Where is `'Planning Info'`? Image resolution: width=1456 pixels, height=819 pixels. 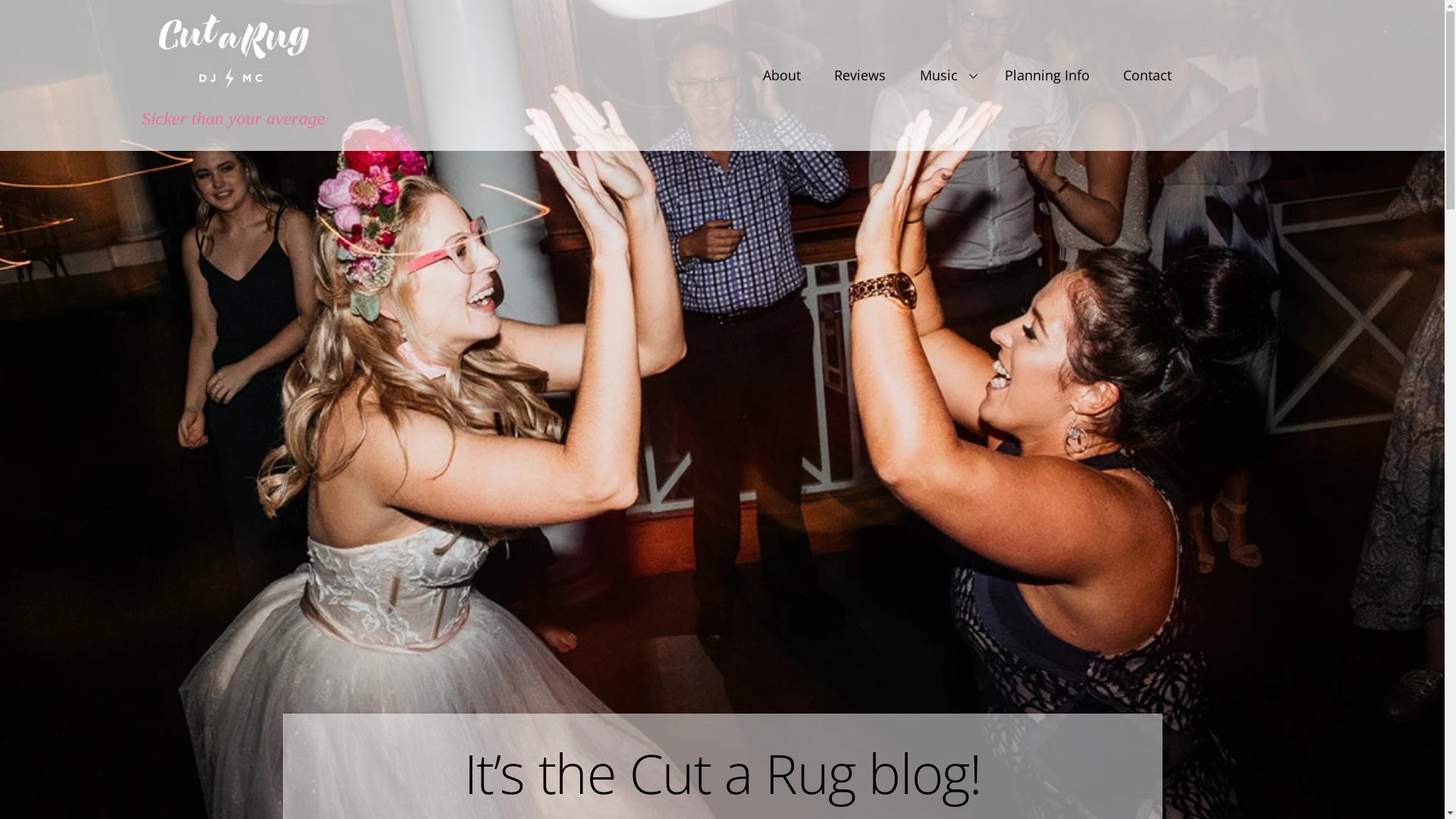 'Planning Info' is located at coordinates (1046, 76).